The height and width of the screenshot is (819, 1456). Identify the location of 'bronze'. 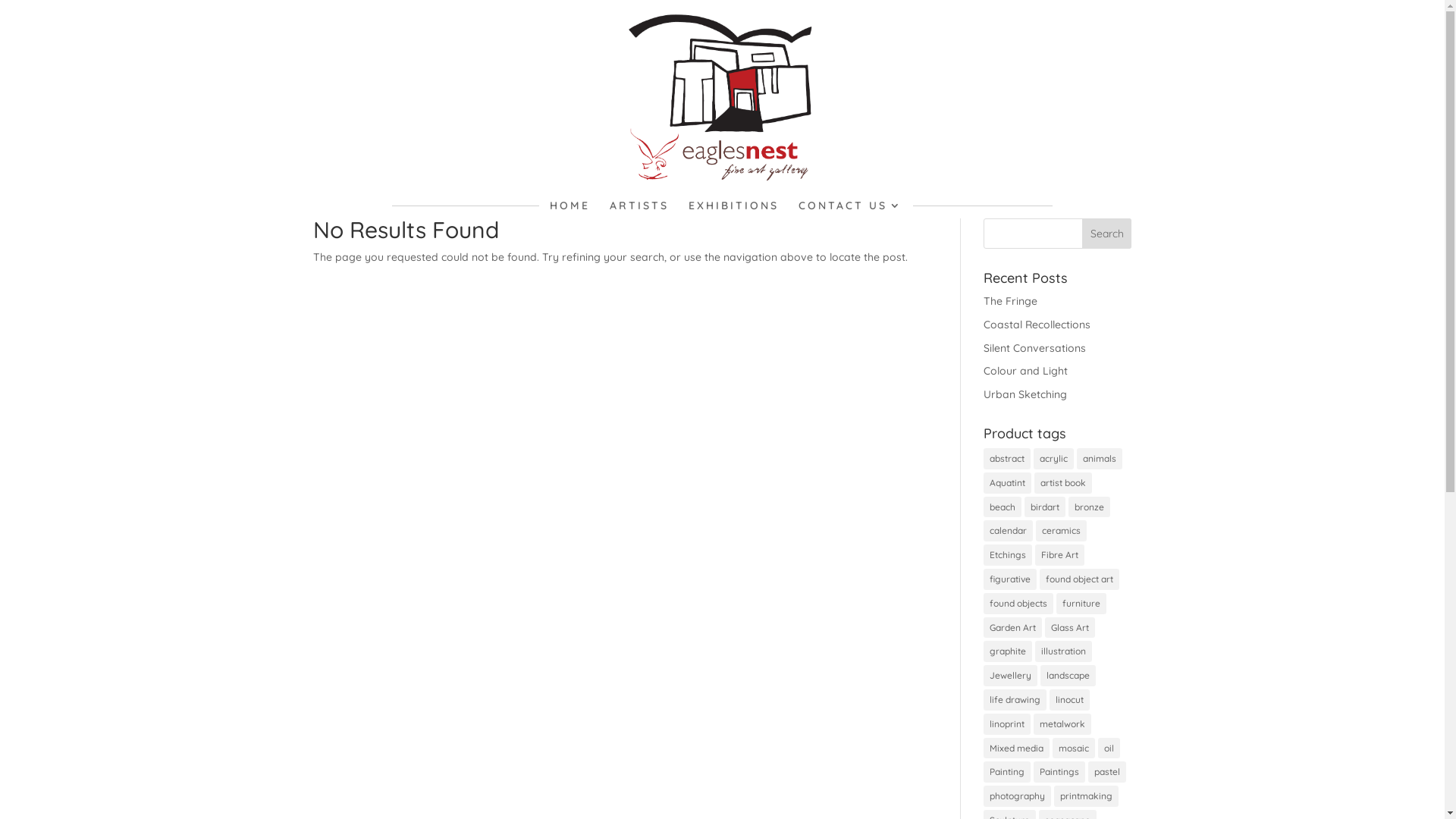
(1088, 507).